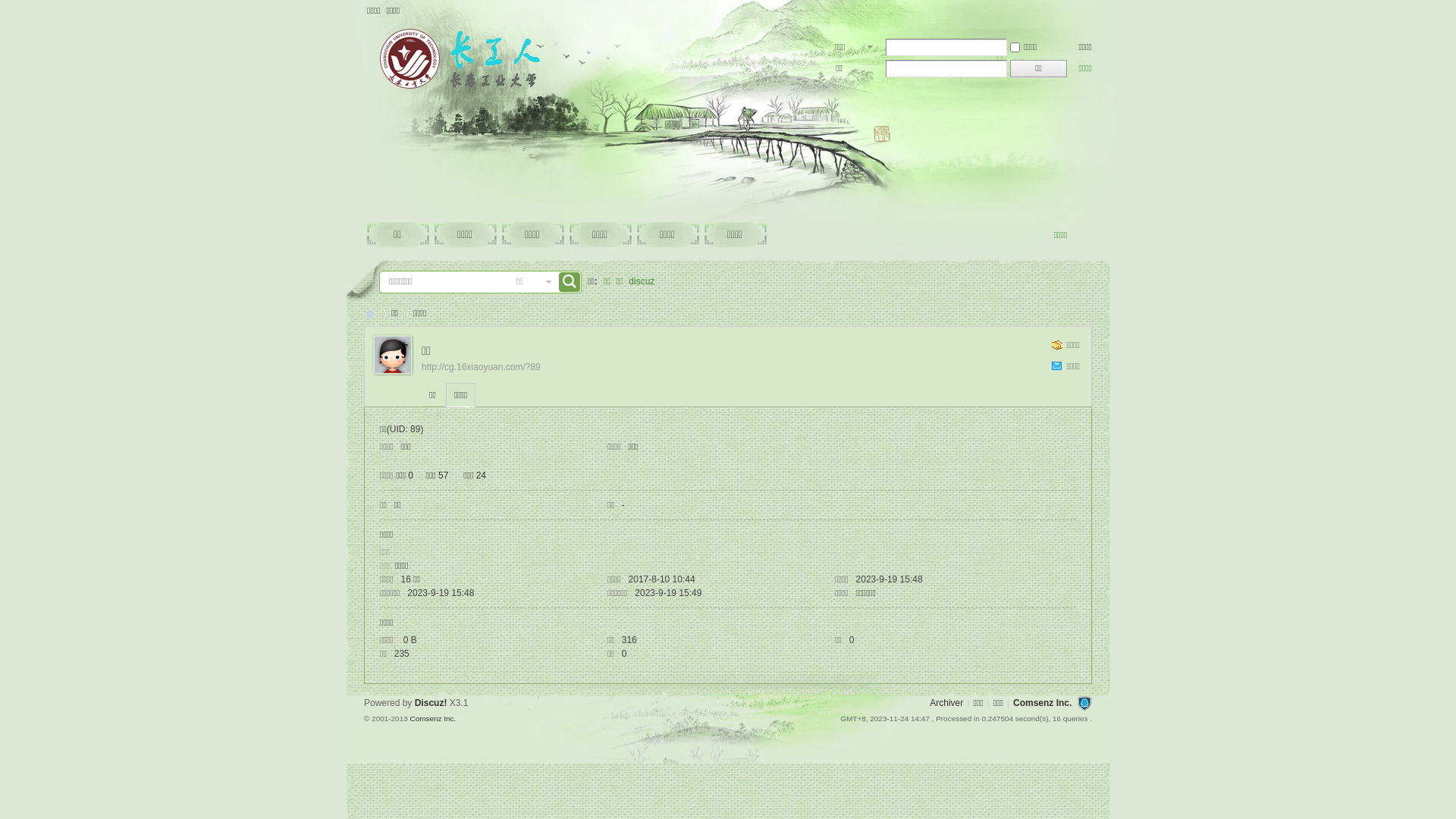 The height and width of the screenshot is (819, 1456). Describe the element at coordinates (629, 281) in the screenshot. I see `'discuz'` at that location.